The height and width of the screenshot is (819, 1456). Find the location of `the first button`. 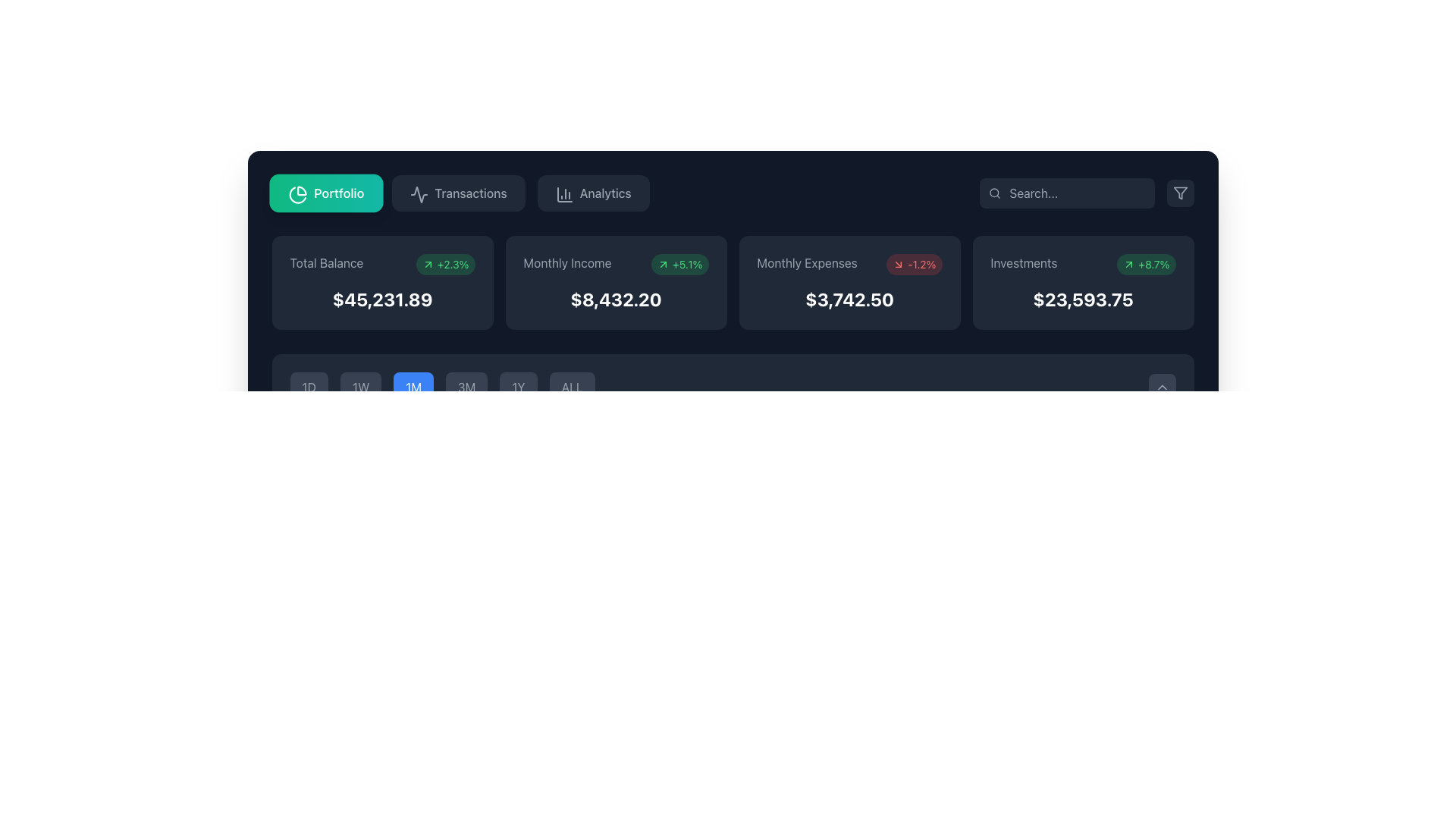

the first button is located at coordinates (325, 192).